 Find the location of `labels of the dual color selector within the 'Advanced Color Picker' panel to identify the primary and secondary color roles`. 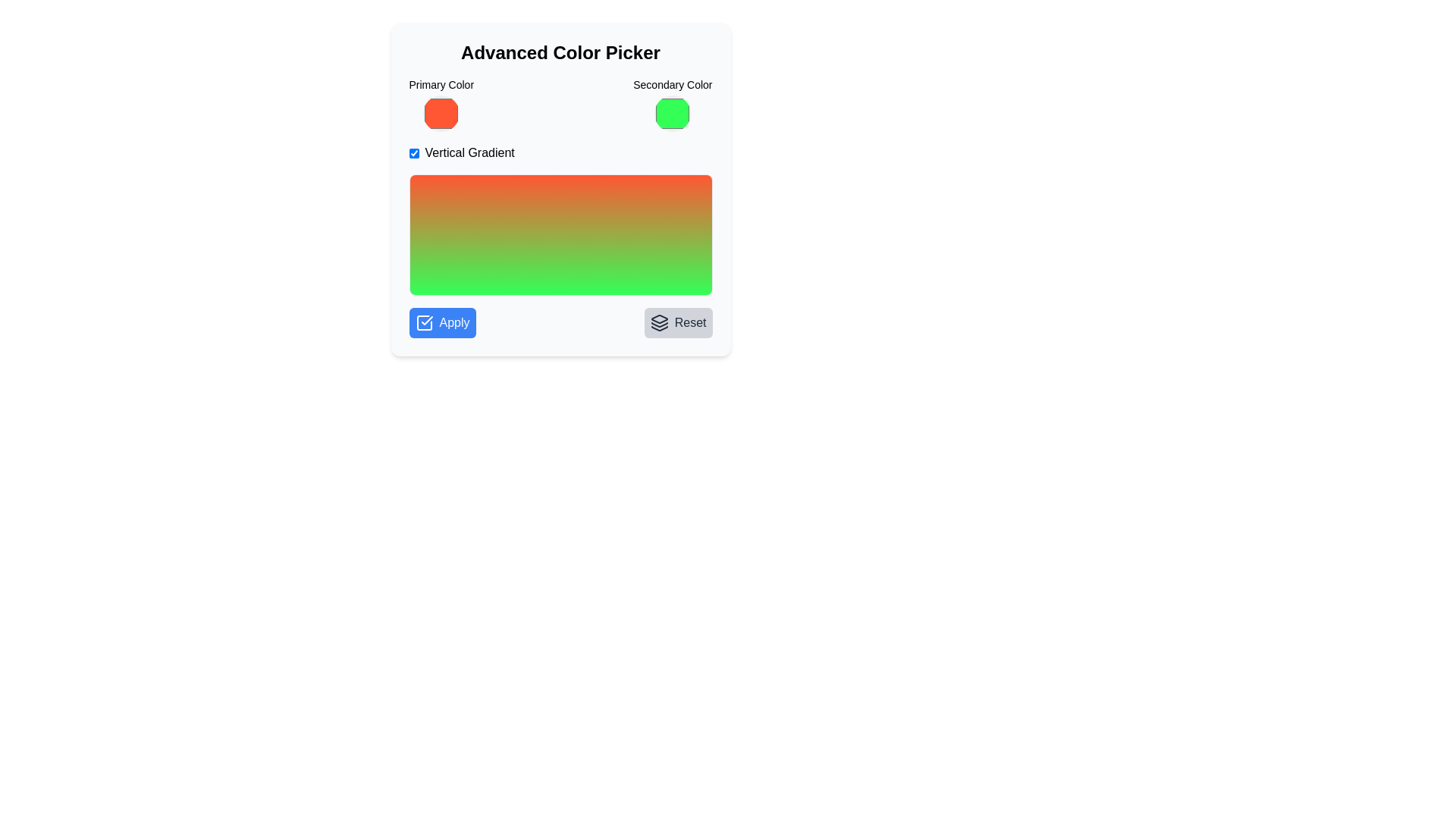

labels of the dual color selector within the 'Advanced Color Picker' panel to identify the primary and secondary color roles is located at coordinates (560, 104).